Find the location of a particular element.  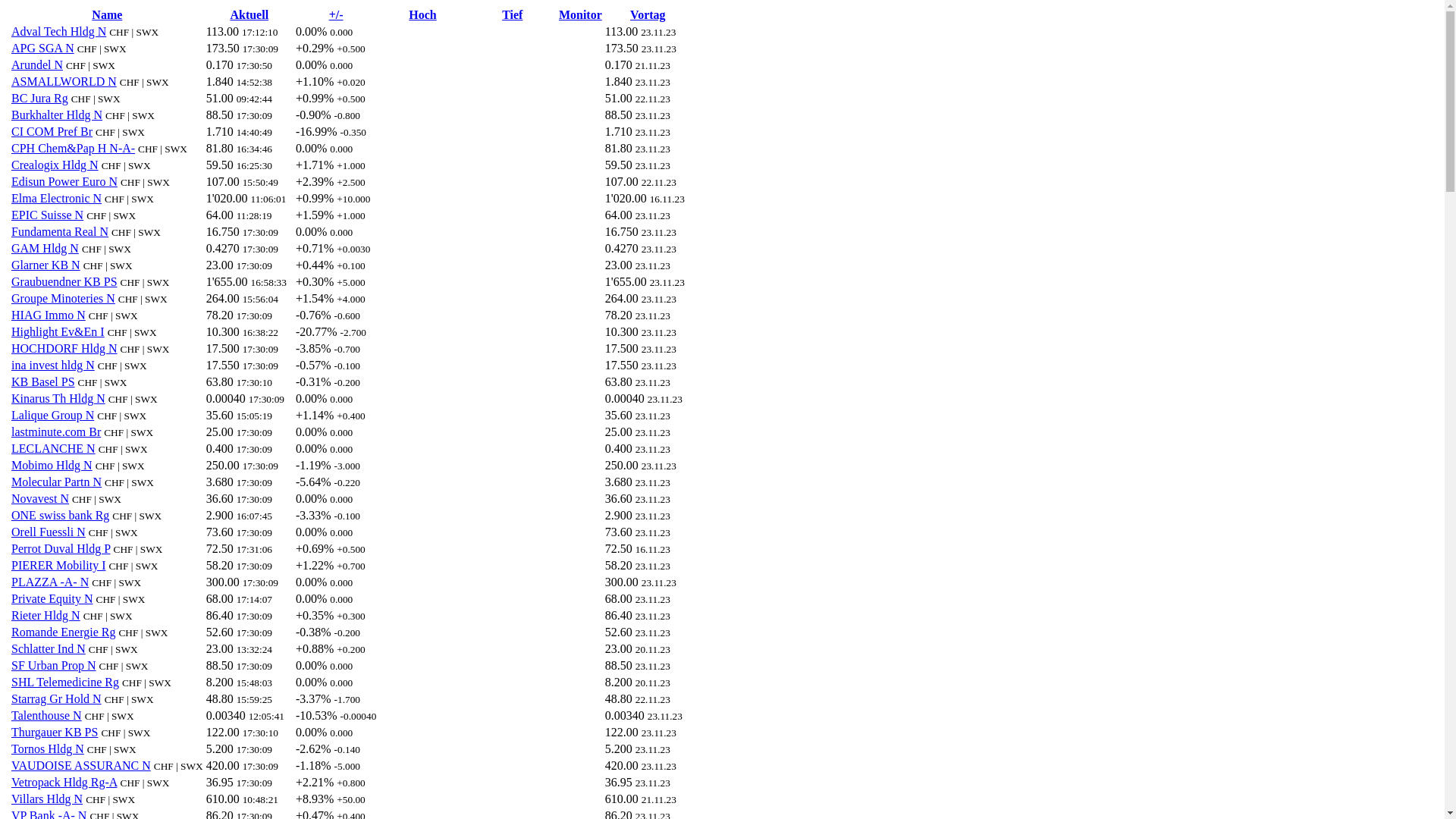

'APG SGA N' is located at coordinates (42, 47).